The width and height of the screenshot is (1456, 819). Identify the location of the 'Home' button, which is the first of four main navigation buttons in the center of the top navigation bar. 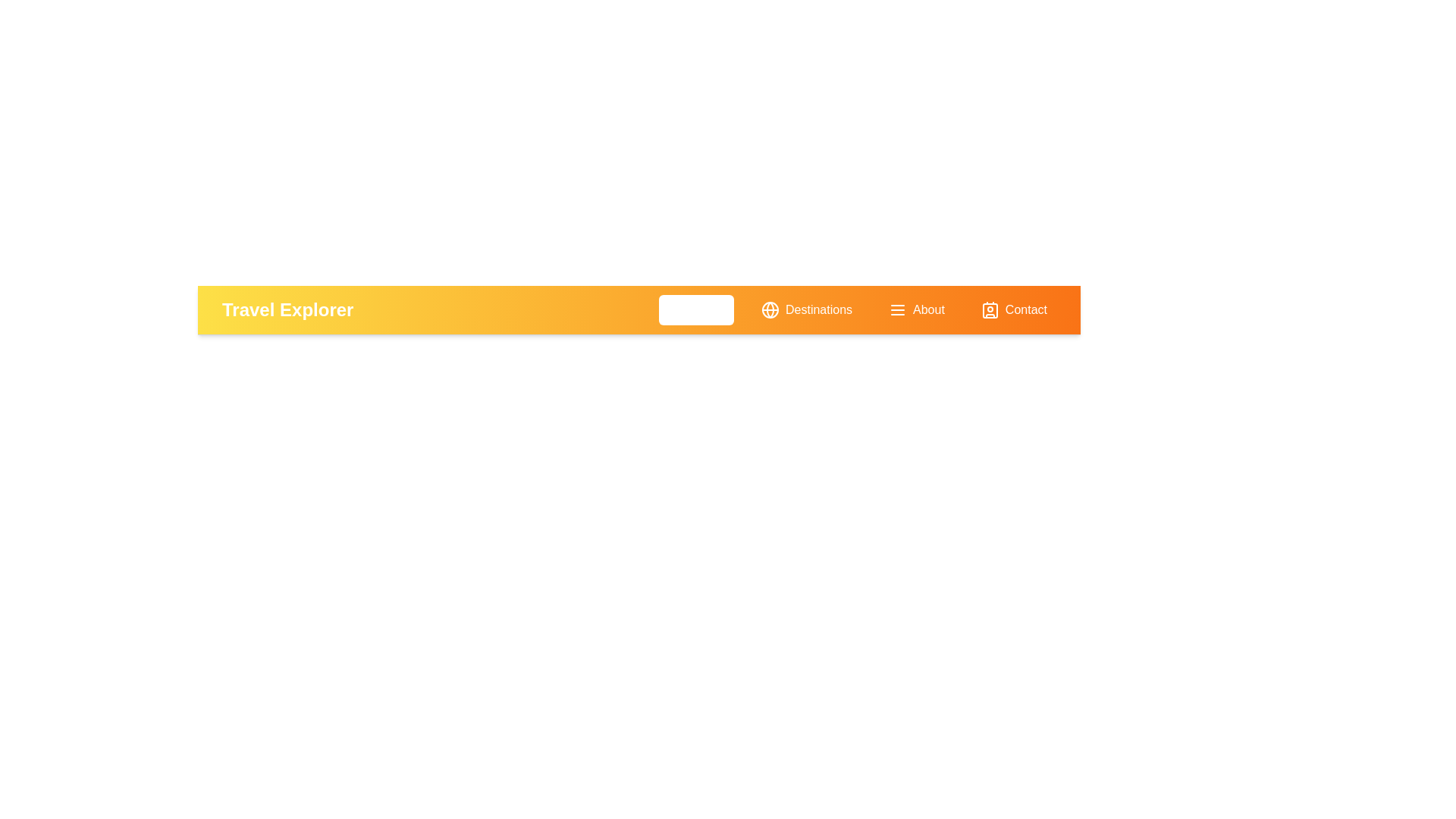
(695, 309).